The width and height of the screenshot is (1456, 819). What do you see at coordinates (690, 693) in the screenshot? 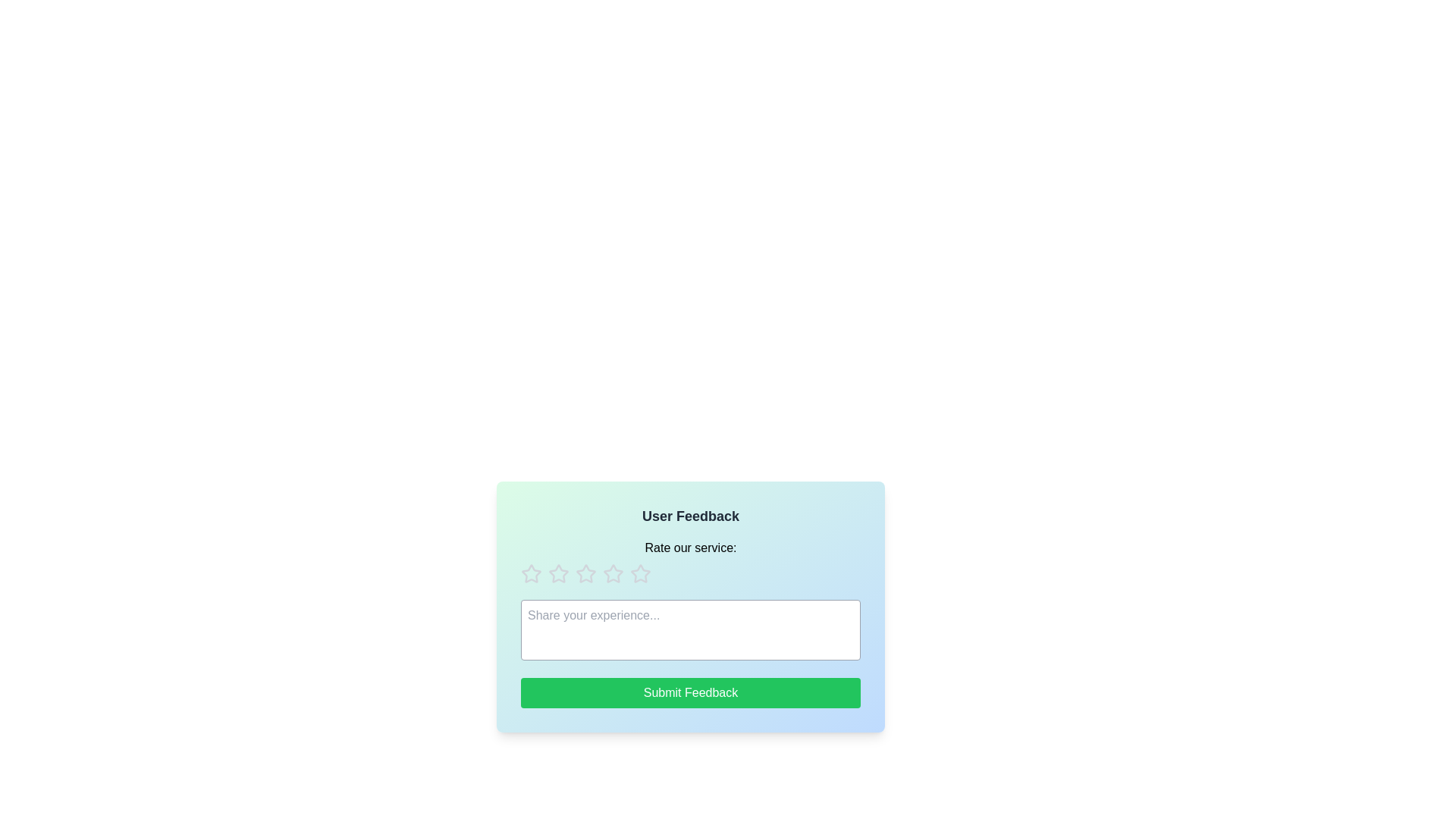
I see `the 'Submit Feedback' button` at bounding box center [690, 693].